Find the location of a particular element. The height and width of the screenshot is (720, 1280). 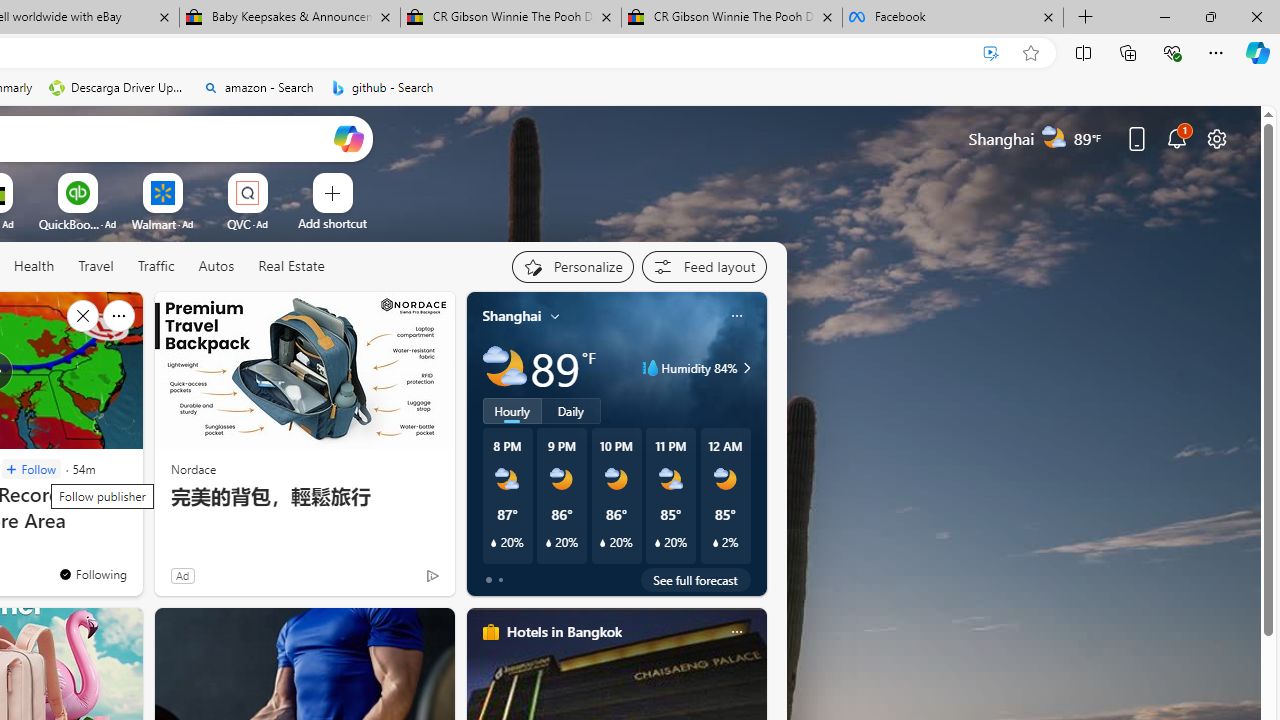

'Feed settings' is located at coordinates (704, 266).